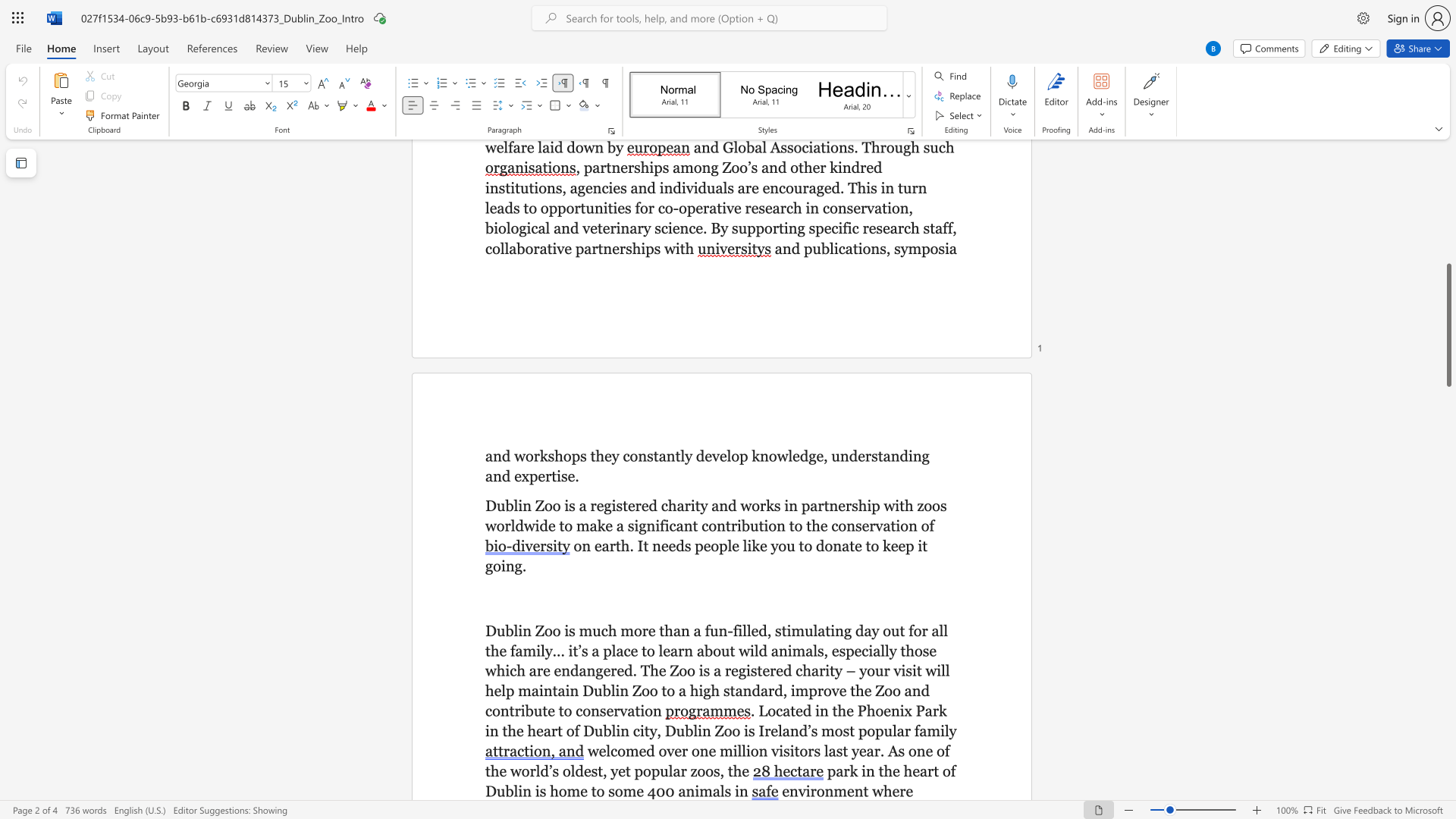  I want to click on the 1th character "m" in the text, so click(573, 790).